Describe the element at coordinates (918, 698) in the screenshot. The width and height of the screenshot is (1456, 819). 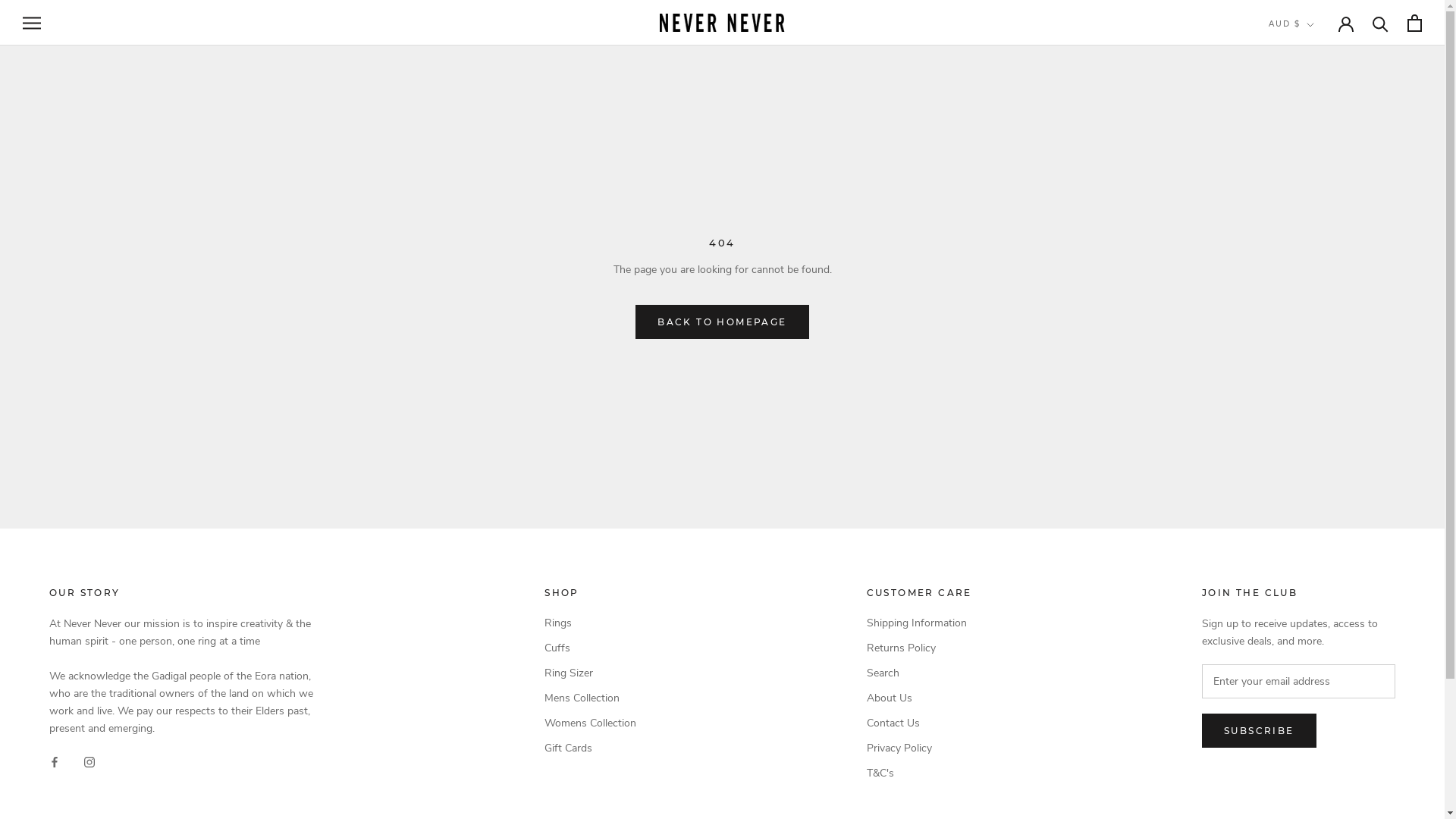
I see `'About Us'` at that location.